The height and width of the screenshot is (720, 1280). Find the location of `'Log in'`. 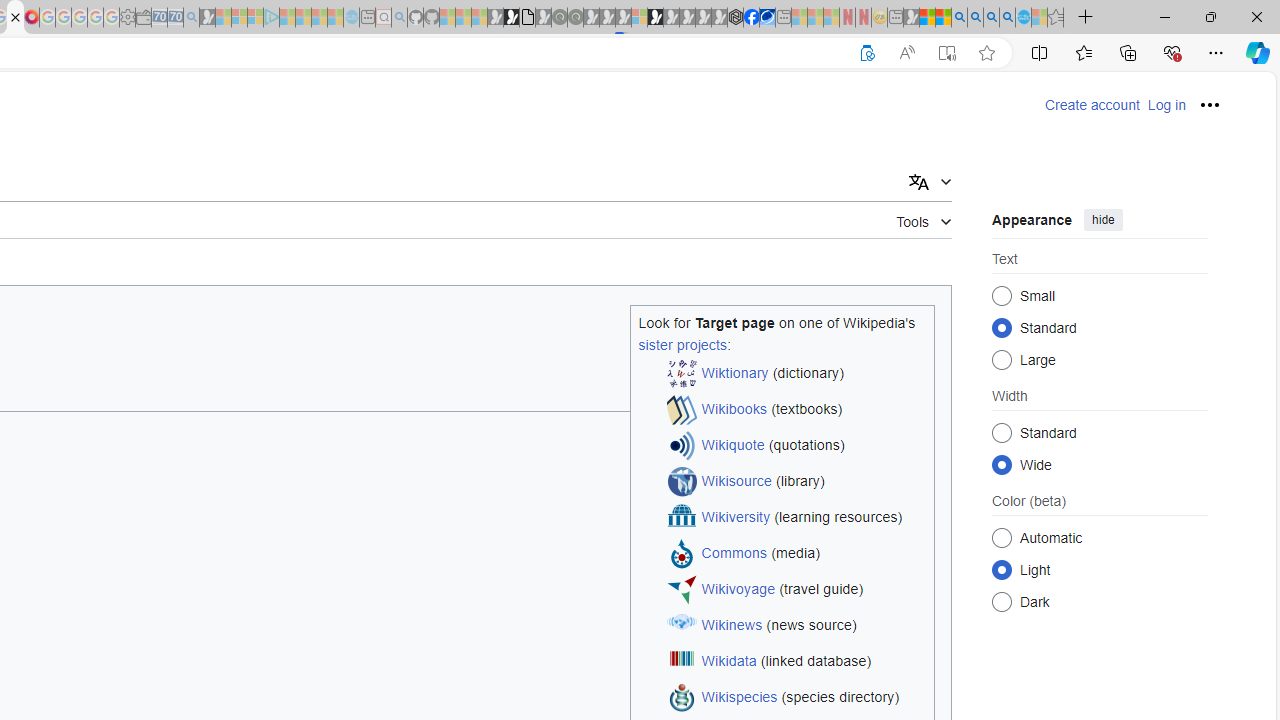

'Log in' is located at coordinates (1166, 105).